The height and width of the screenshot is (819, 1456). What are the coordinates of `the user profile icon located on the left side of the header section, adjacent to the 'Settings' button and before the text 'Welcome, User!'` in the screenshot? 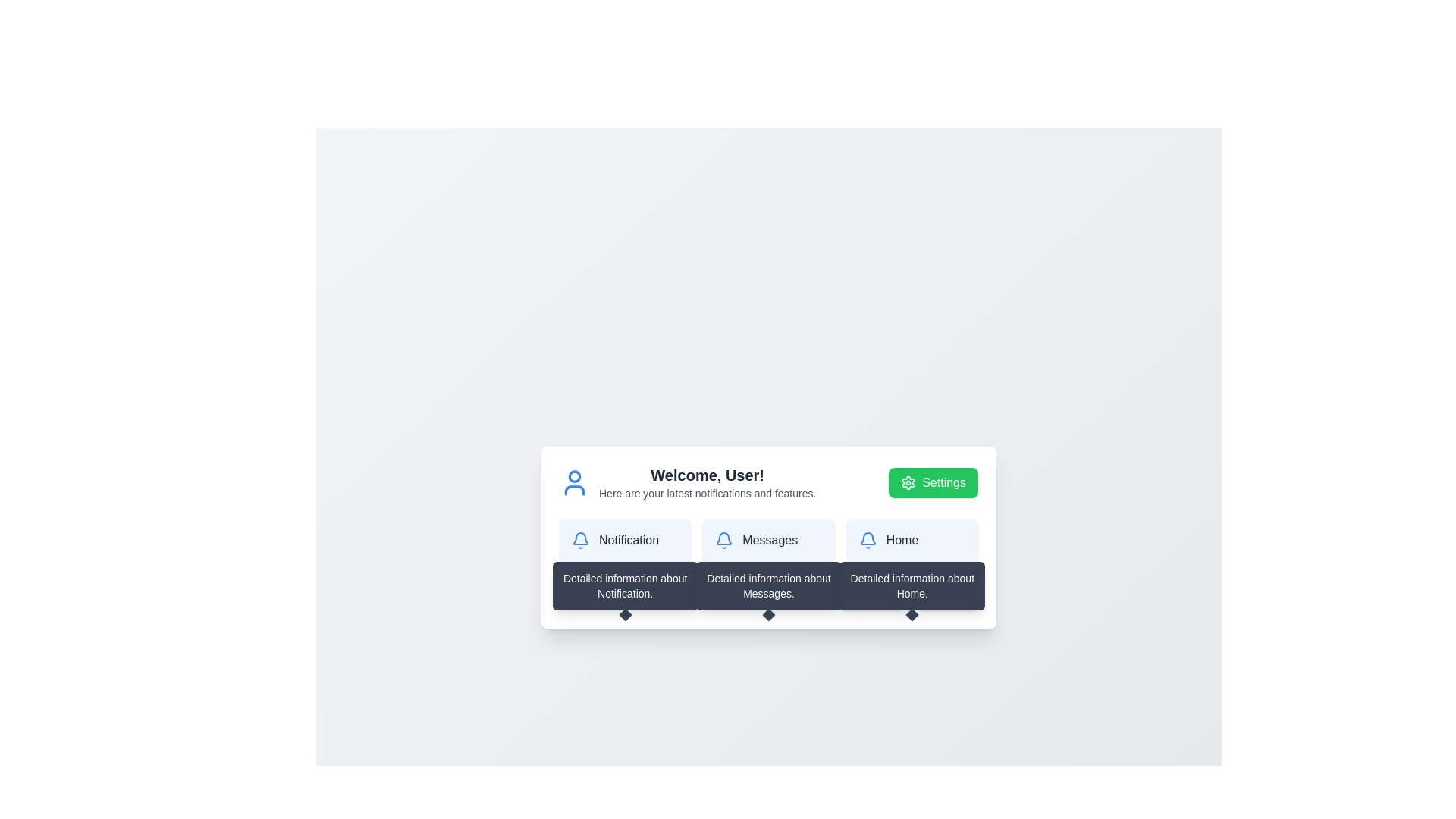 It's located at (574, 482).